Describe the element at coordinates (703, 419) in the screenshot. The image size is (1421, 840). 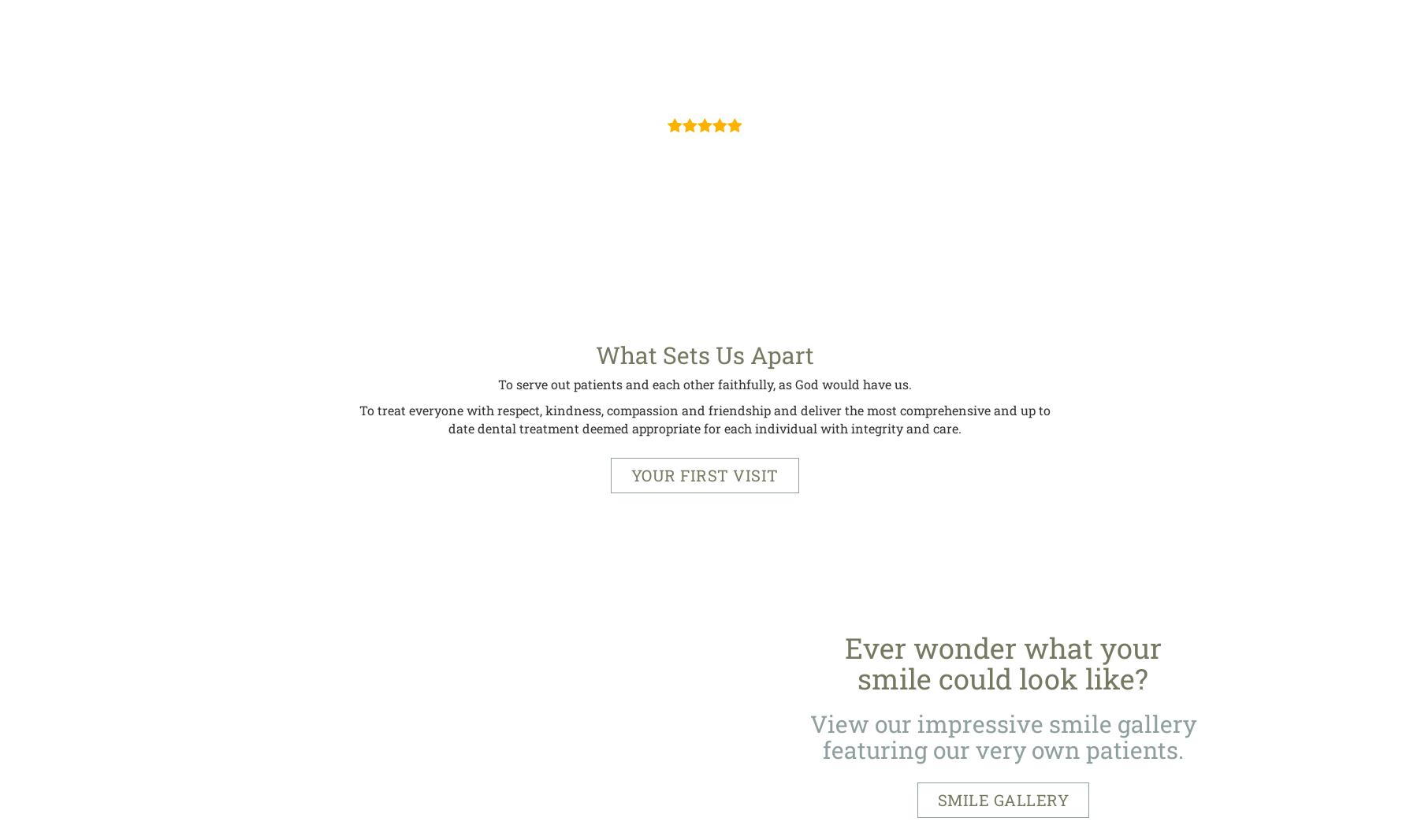
I see `'To treat everyone with respect, kindness, compassion and friendship and deliver the most comprehensive and up
            to date dental treatment deemed appropriate for each individual with integrity and care.'` at that location.